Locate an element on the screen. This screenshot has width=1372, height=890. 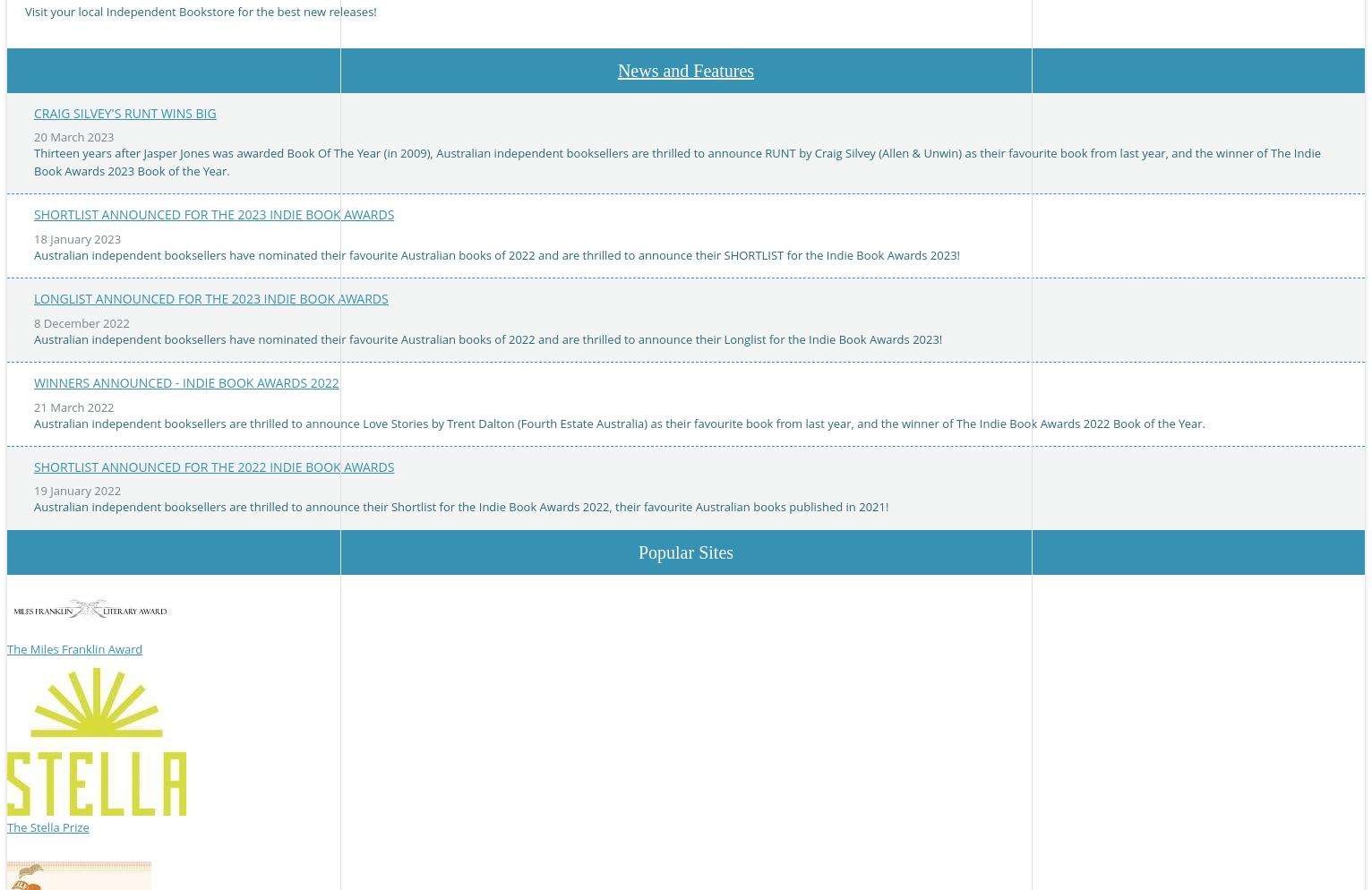
'The Miles Franklin Award' is located at coordinates (74, 649).